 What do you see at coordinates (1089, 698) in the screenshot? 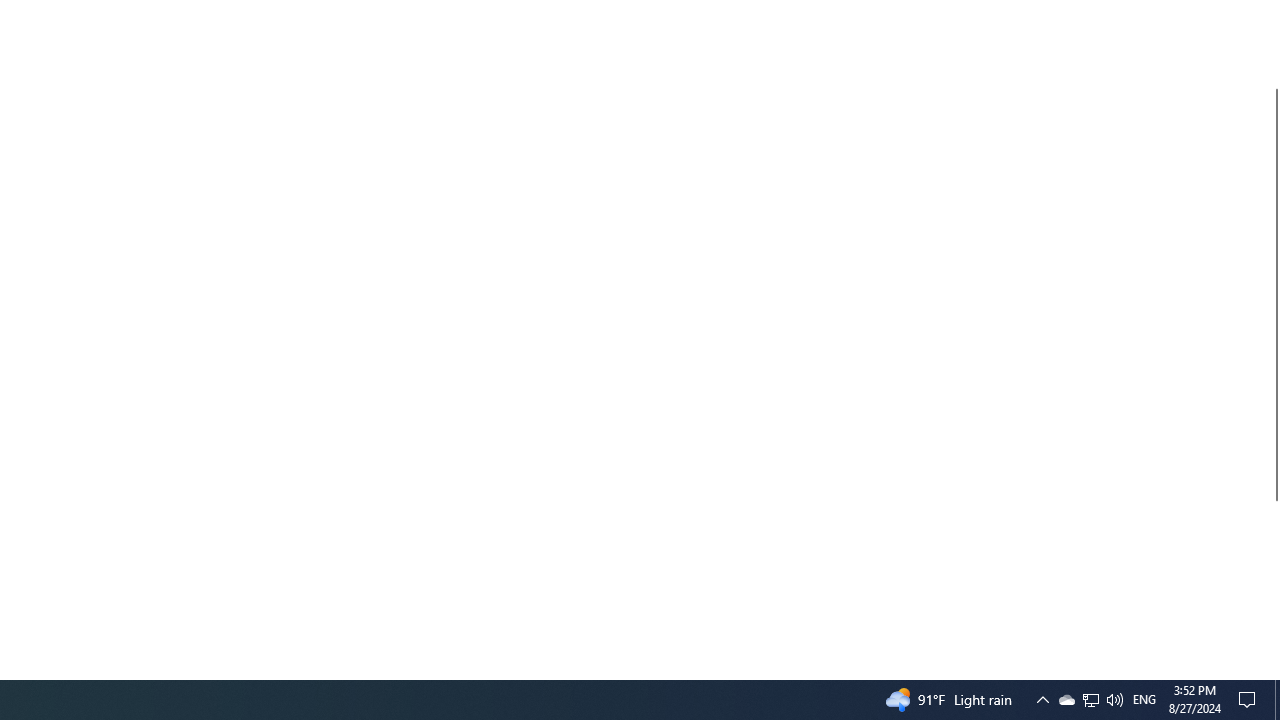
I see `'User Promoted Notification Area'` at bounding box center [1089, 698].